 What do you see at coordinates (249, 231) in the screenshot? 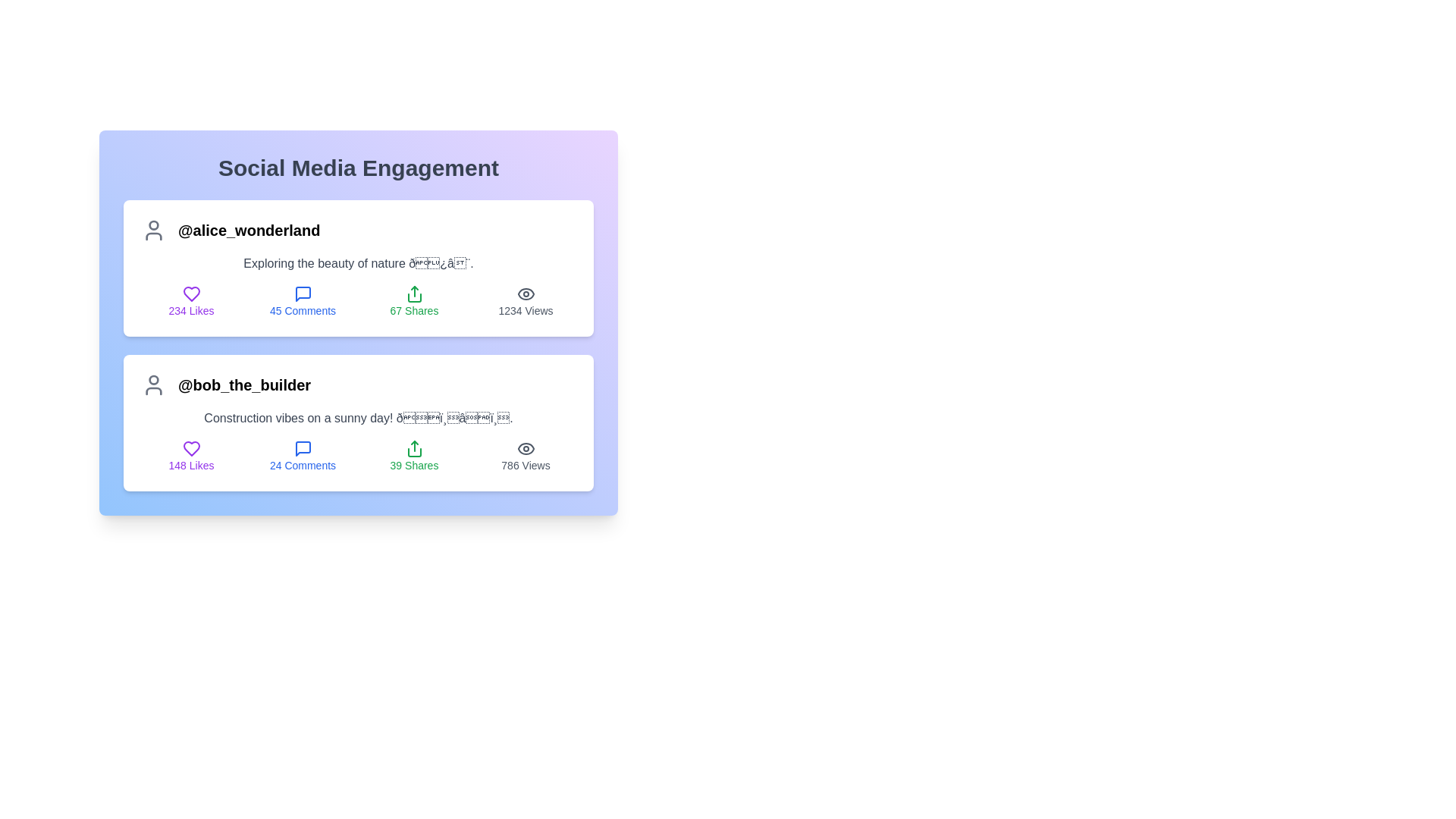
I see `the username display text label that shows the associated user's name, positioned to the right of the profile icon and above the post's description` at bounding box center [249, 231].